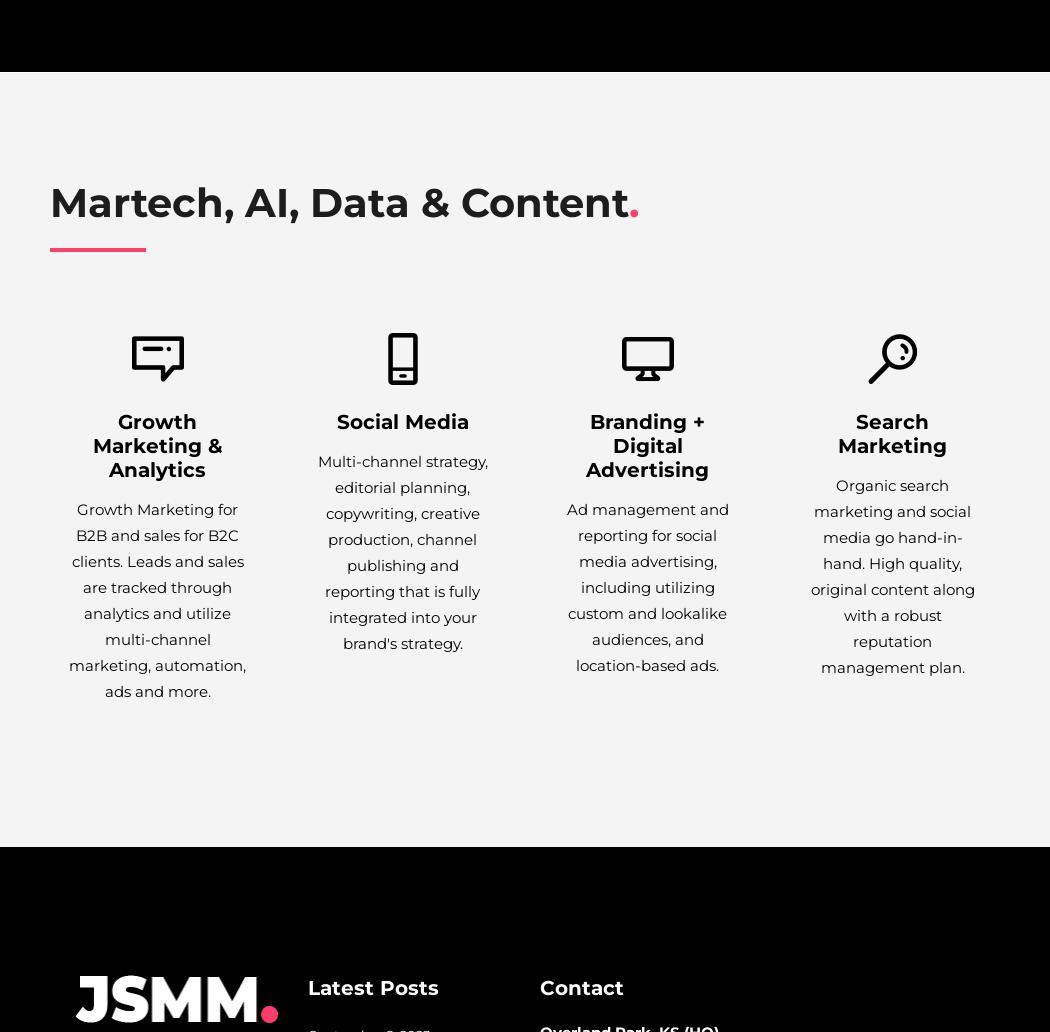 The width and height of the screenshot is (1050, 1032). I want to click on 'Multi-channel strategy, editorial planning, copywriting, creative production, channel publishing and reporting that is fully integrated into your brand's strategy.', so click(402, 552).